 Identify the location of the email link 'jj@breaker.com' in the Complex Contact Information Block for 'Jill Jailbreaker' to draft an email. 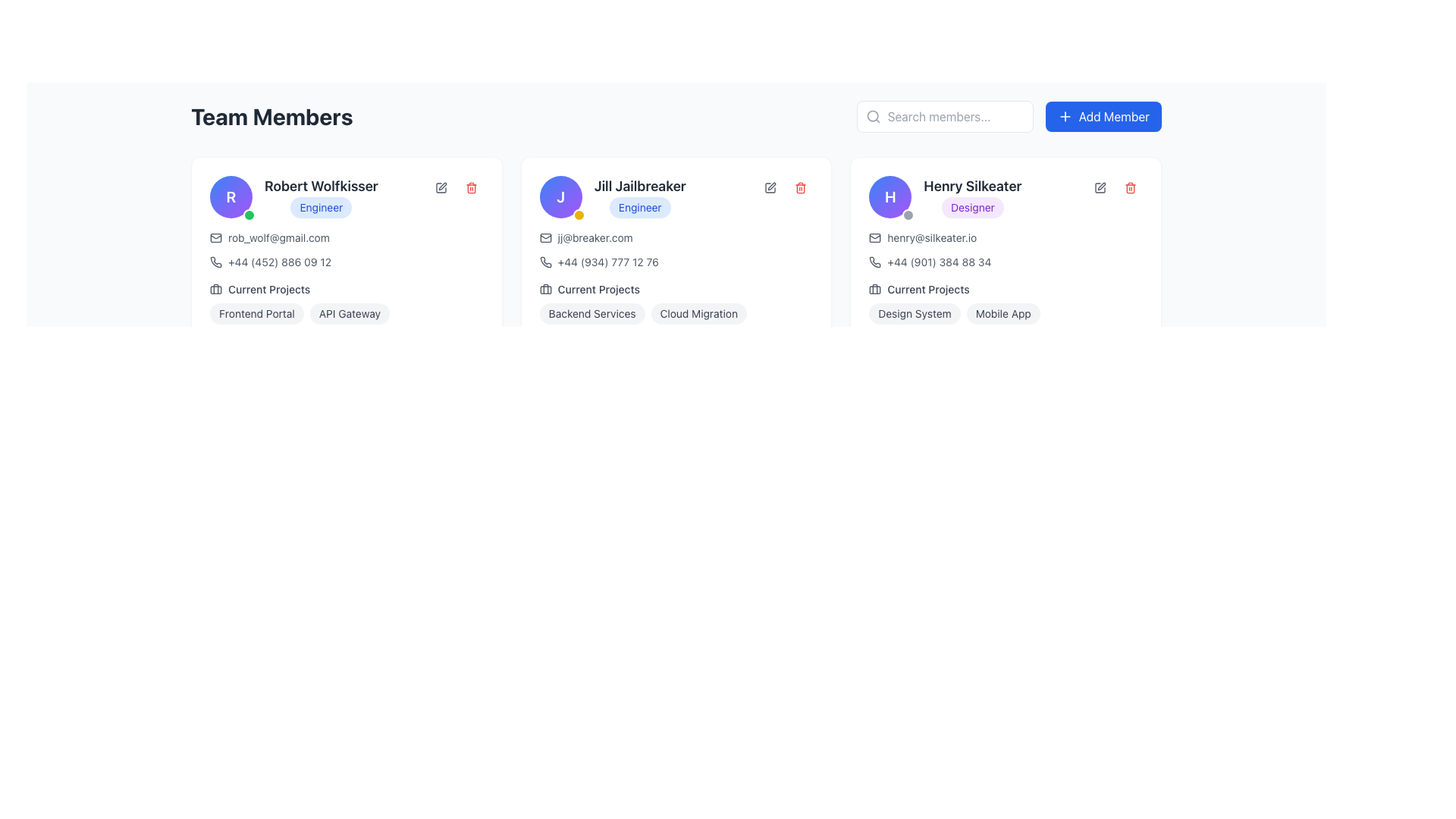
(676, 249).